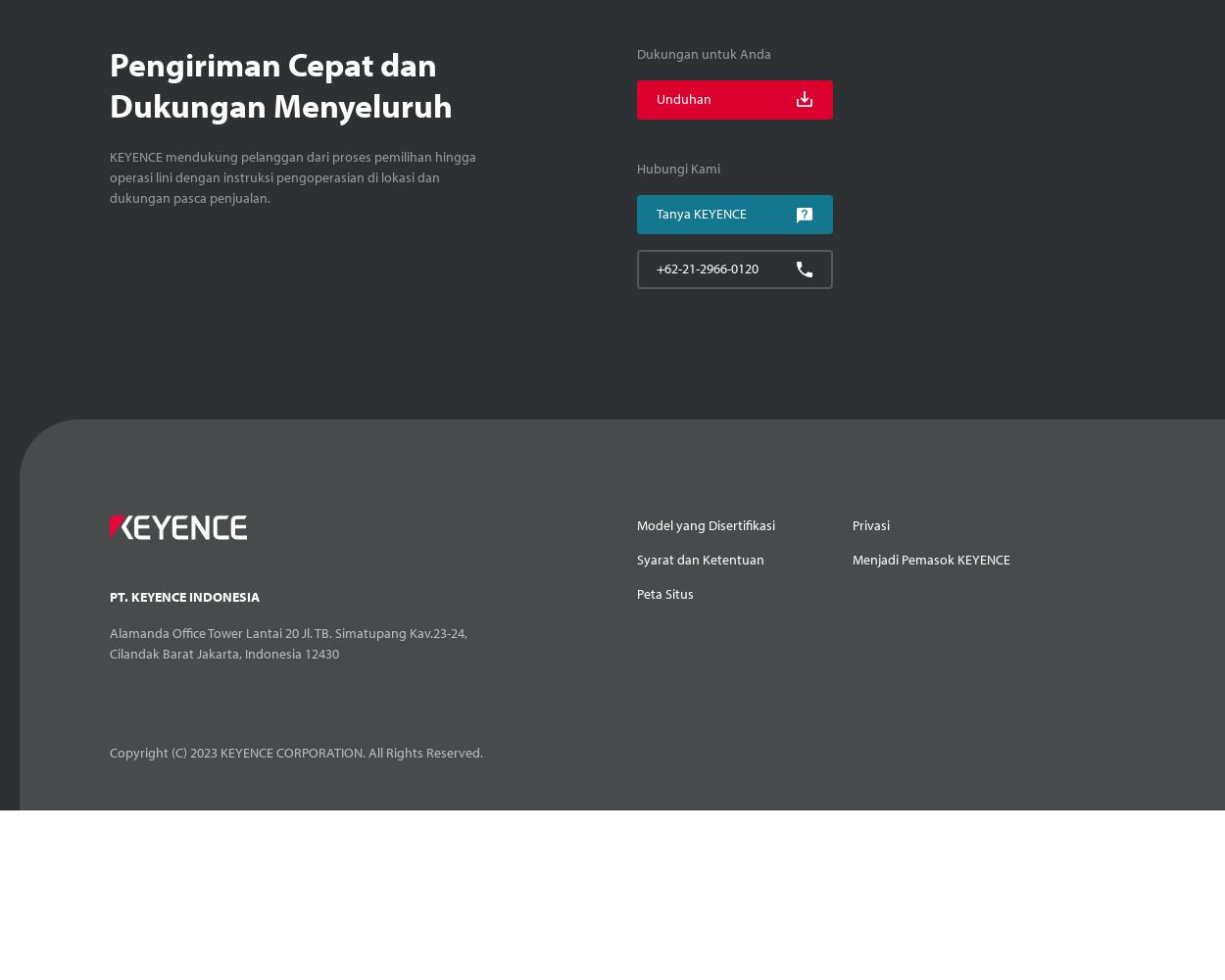 The width and height of the screenshot is (1225, 980). I want to click on 'Copyright (C) 2023 KEYENCE CORPORATION. All Rights Reserved.', so click(296, 753).